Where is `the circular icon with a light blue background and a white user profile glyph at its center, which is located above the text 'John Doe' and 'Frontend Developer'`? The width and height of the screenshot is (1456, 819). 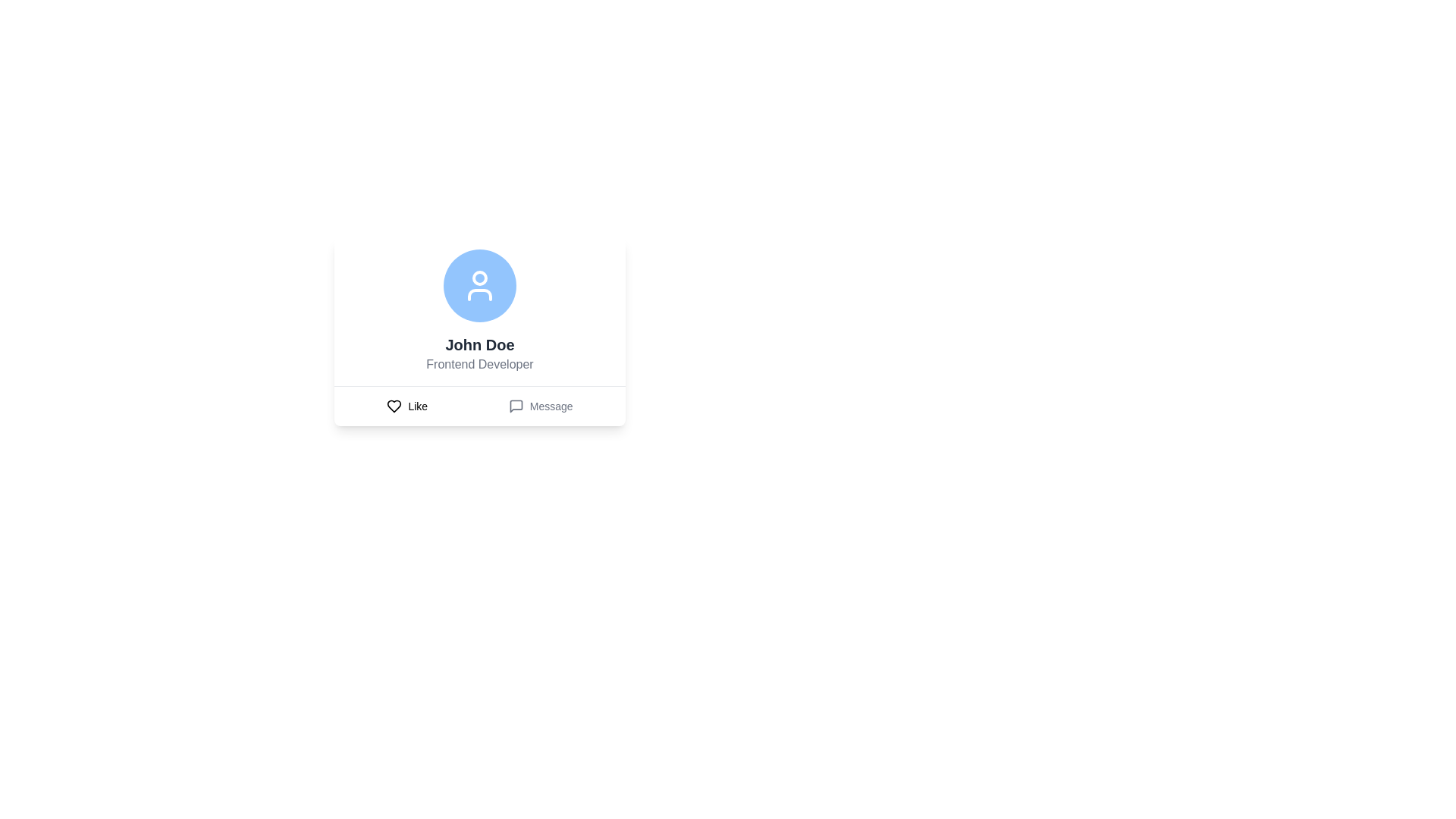
the circular icon with a light blue background and a white user profile glyph at its center, which is located above the text 'John Doe' and 'Frontend Developer' is located at coordinates (479, 286).